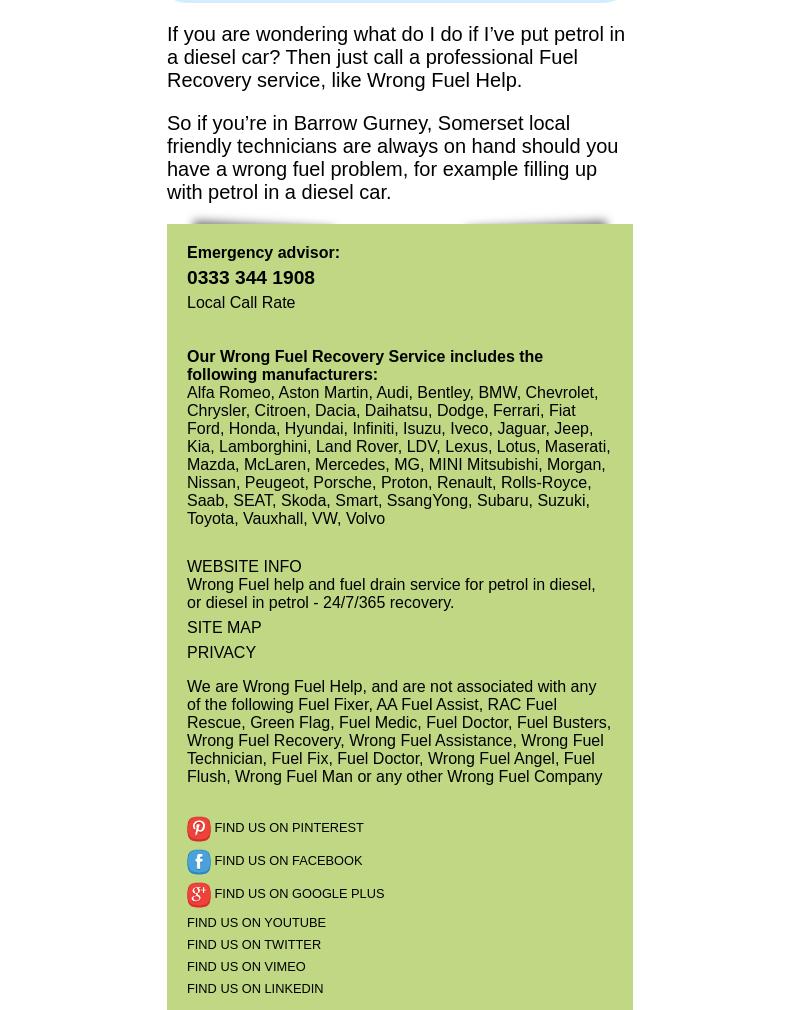  What do you see at coordinates (261, 250) in the screenshot?
I see `'Emergency advisor:'` at bounding box center [261, 250].